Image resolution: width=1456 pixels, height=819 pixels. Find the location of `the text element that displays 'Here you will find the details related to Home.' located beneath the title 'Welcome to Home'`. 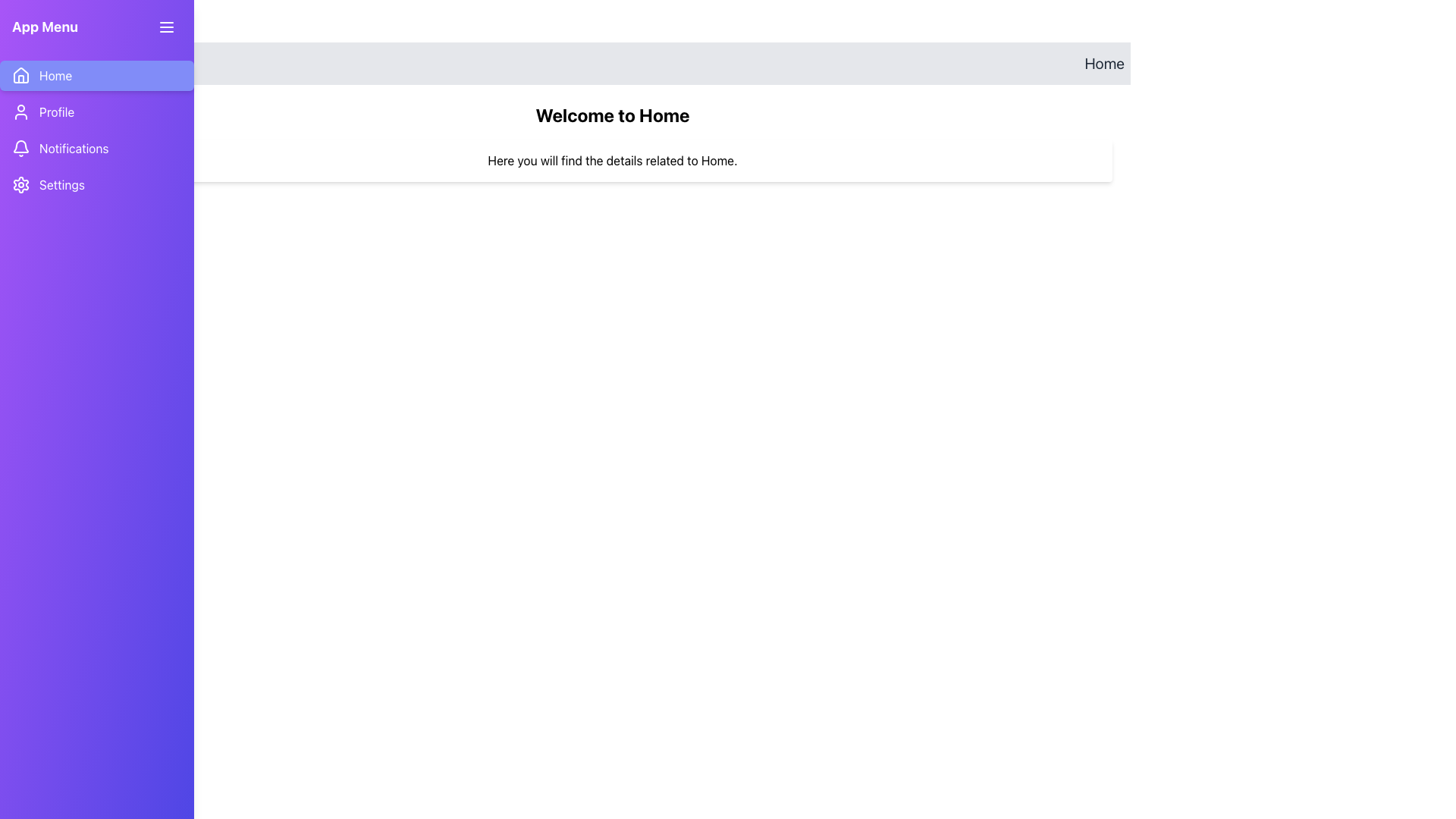

the text element that displays 'Here you will find the details related to Home.' located beneath the title 'Welcome to Home' is located at coordinates (612, 161).